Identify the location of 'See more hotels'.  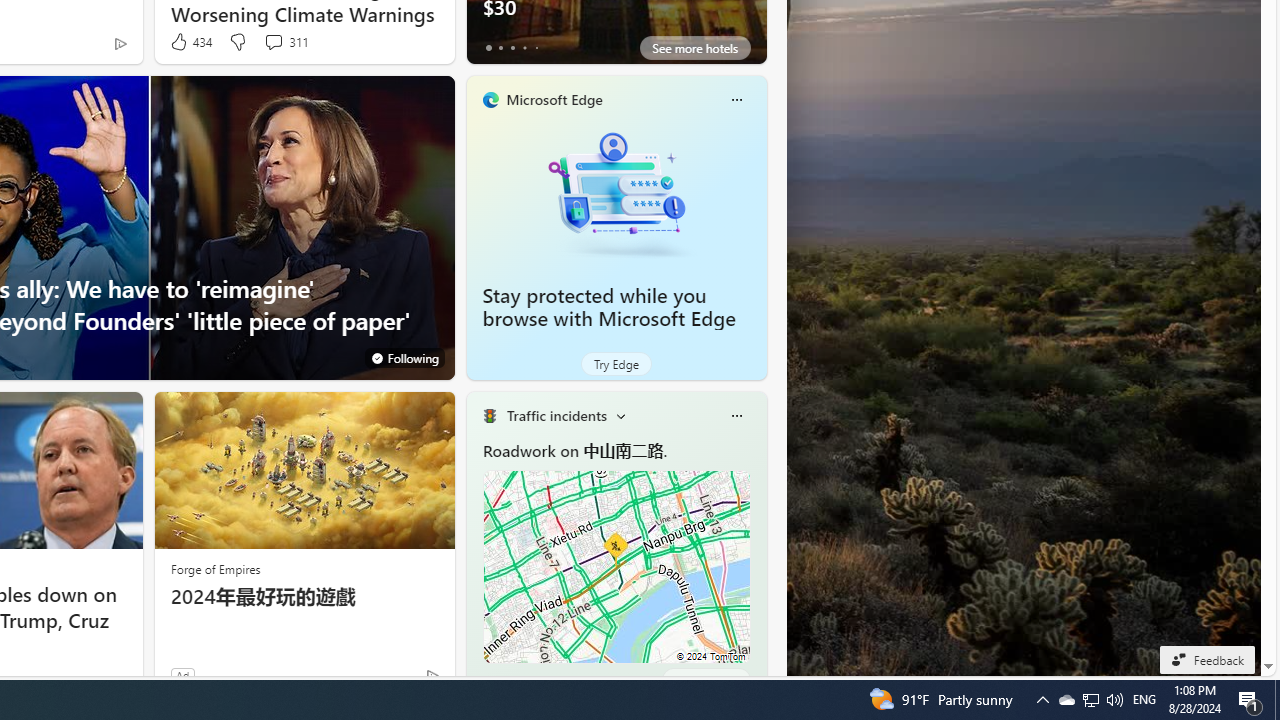
(695, 46).